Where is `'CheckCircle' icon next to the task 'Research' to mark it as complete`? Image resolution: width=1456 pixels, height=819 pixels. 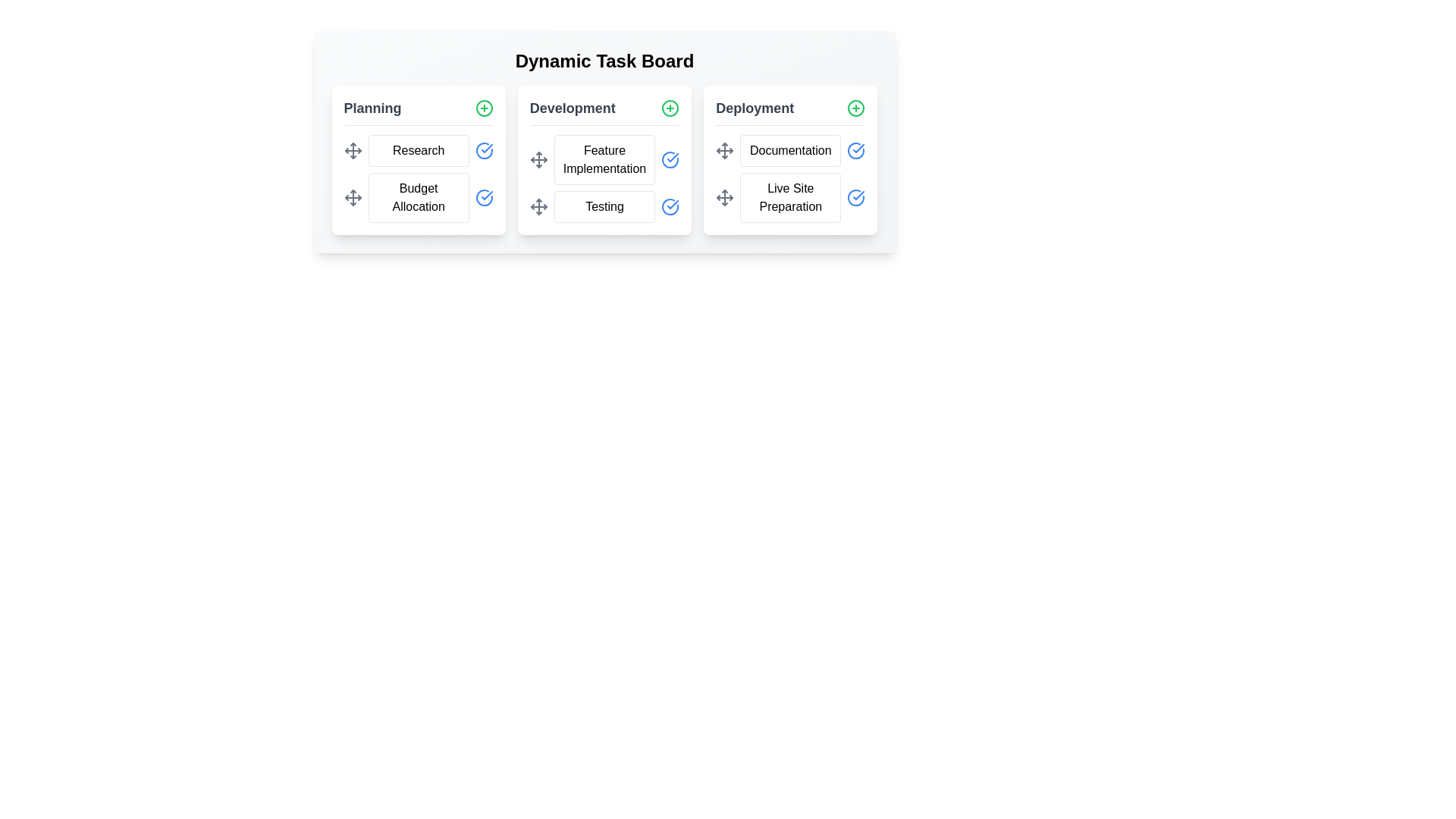 'CheckCircle' icon next to the task 'Research' to mark it as complete is located at coordinates (483, 151).